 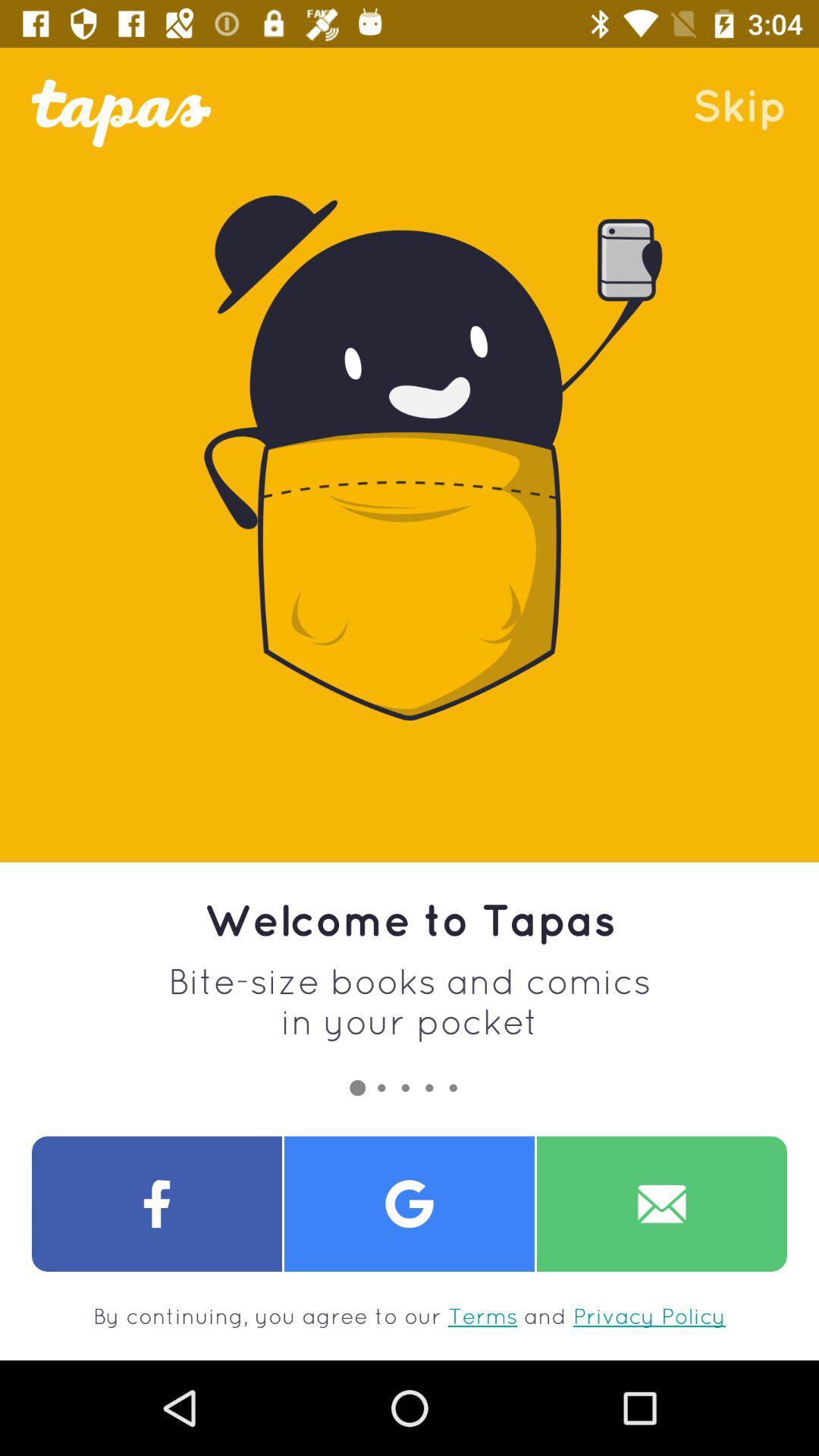 What do you see at coordinates (739, 104) in the screenshot?
I see `icon above welcome to tapas` at bounding box center [739, 104].